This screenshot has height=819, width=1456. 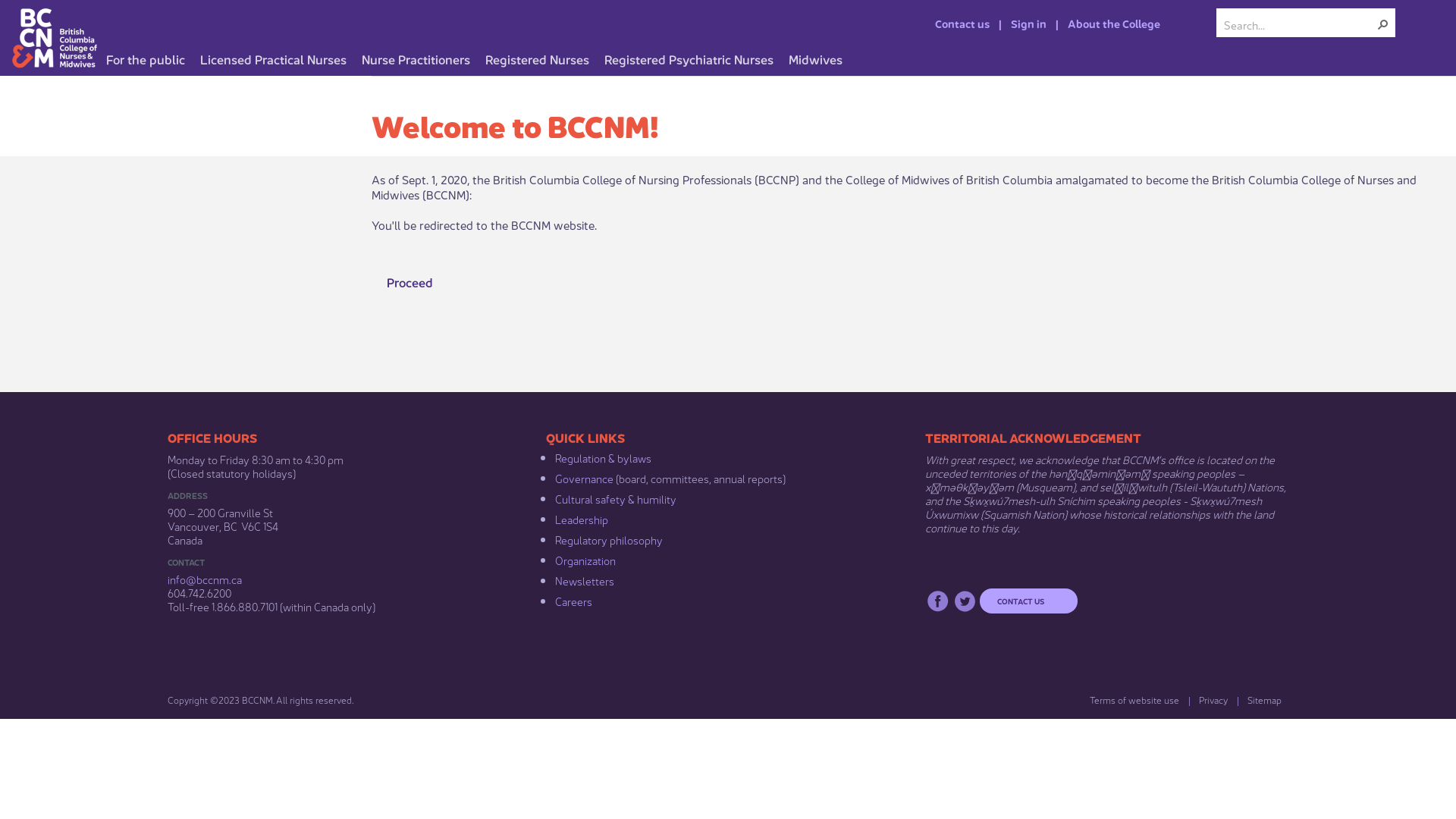 I want to click on 'Newsletters', so click(x=554, y=579).